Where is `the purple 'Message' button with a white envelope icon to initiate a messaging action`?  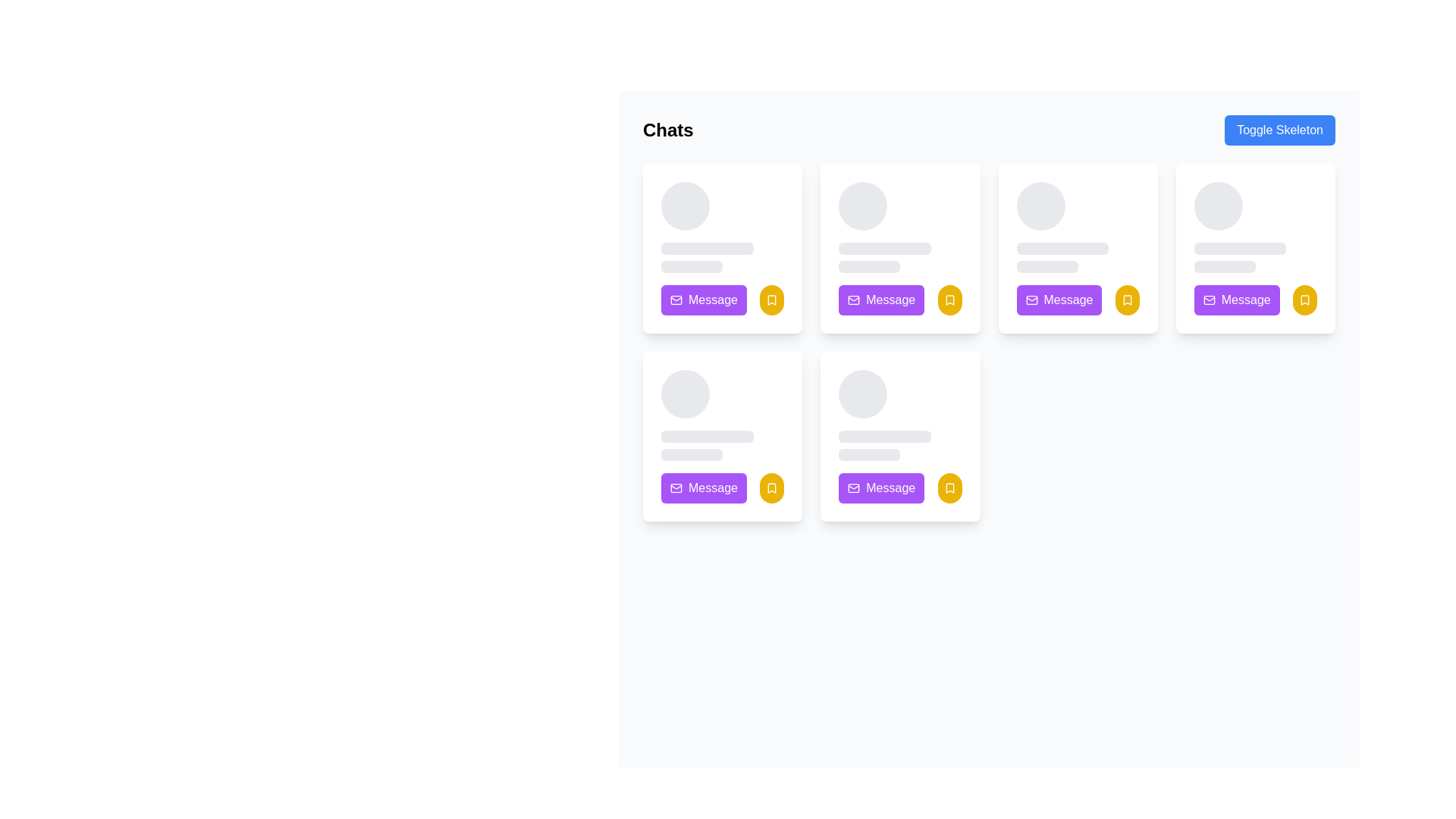 the purple 'Message' button with a white envelope icon to initiate a messaging action is located at coordinates (1077, 300).